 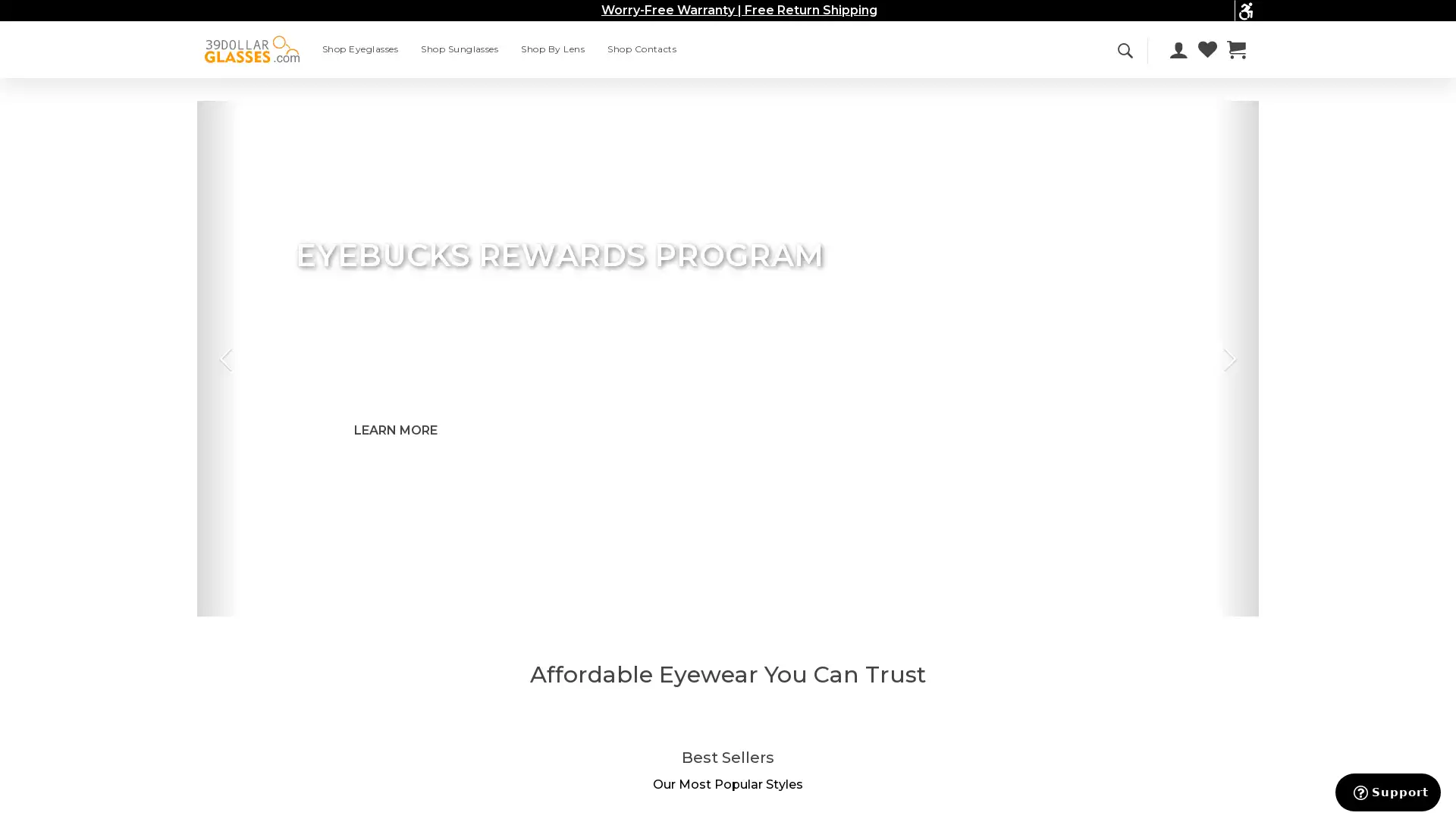 I want to click on Support button, so click(x=1388, y=792).